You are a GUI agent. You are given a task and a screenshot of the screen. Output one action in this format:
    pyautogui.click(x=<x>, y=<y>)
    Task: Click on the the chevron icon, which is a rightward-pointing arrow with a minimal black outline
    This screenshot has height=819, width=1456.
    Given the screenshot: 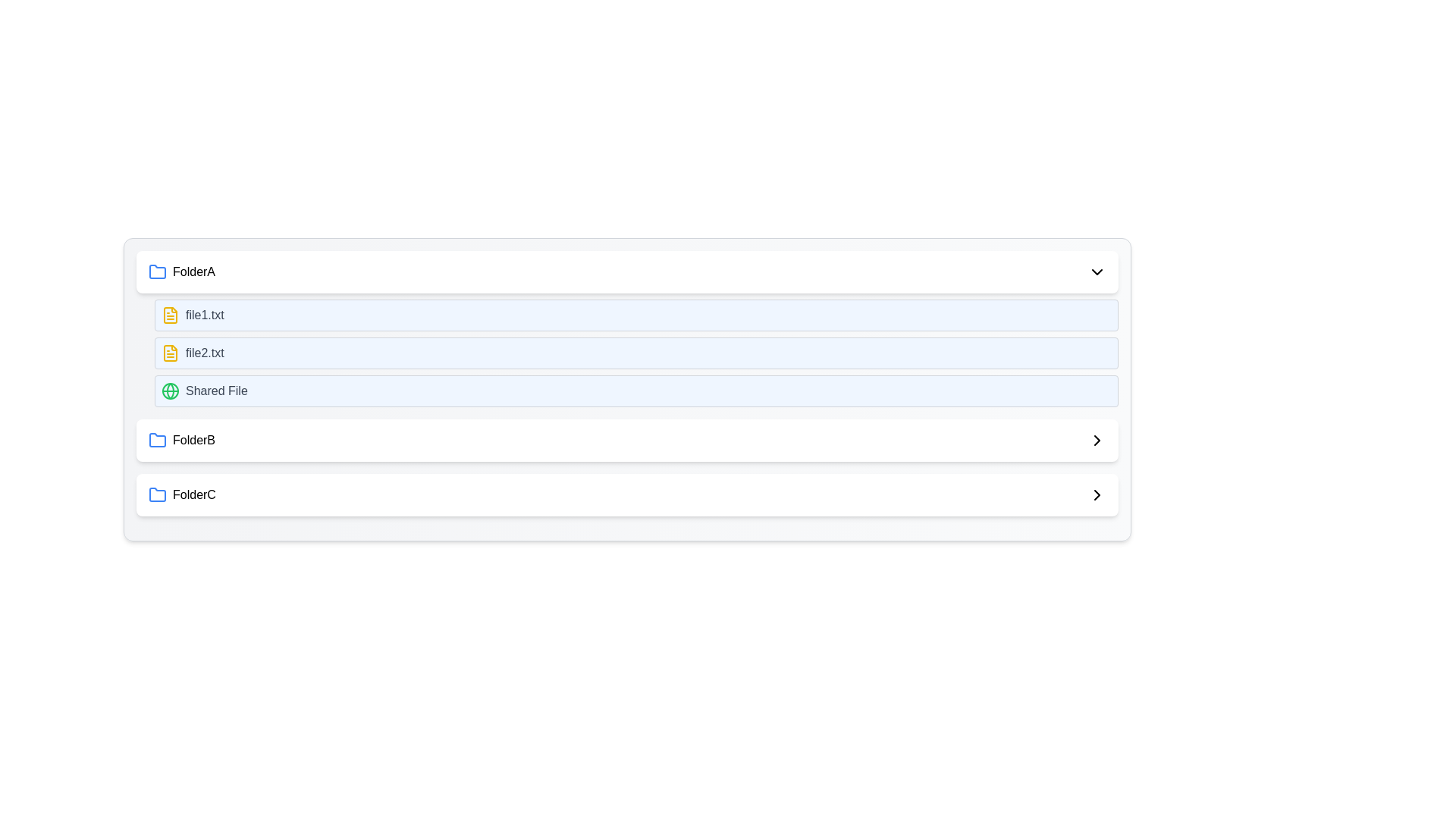 What is the action you would take?
    pyautogui.click(x=1097, y=441)
    